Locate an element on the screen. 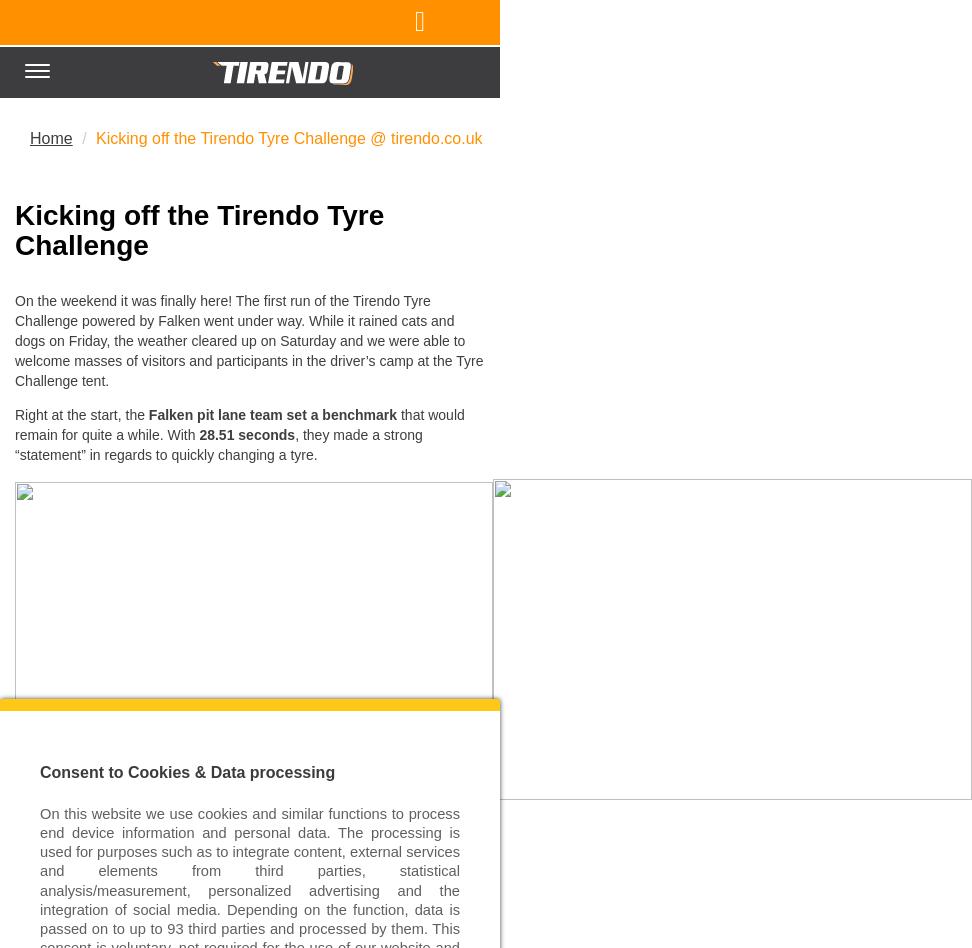 This screenshot has width=972, height=948. 'Home' is located at coordinates (51, 137).